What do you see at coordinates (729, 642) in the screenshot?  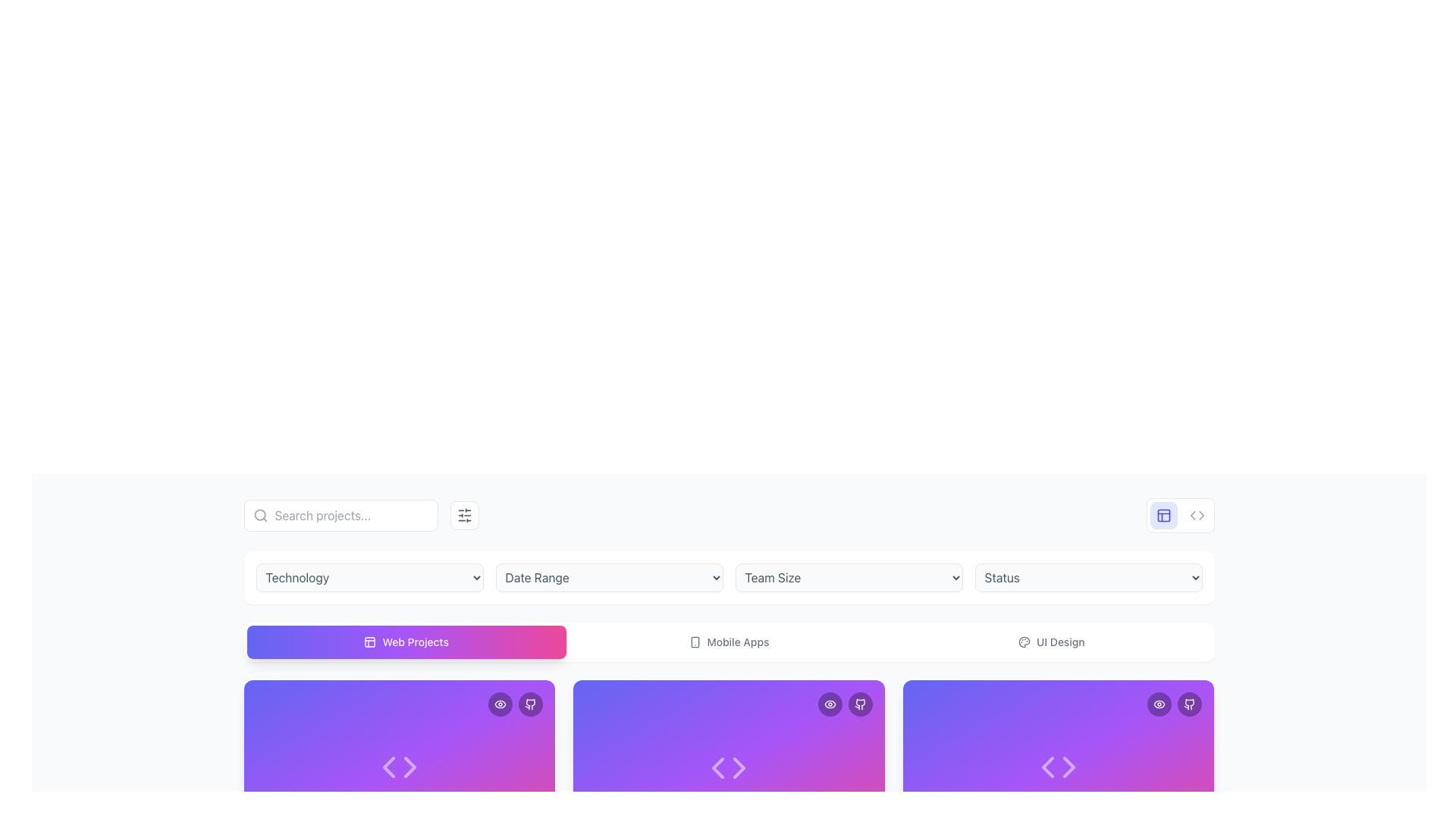 I see `the Interactive selector bar` at bounding box center [729, 642].